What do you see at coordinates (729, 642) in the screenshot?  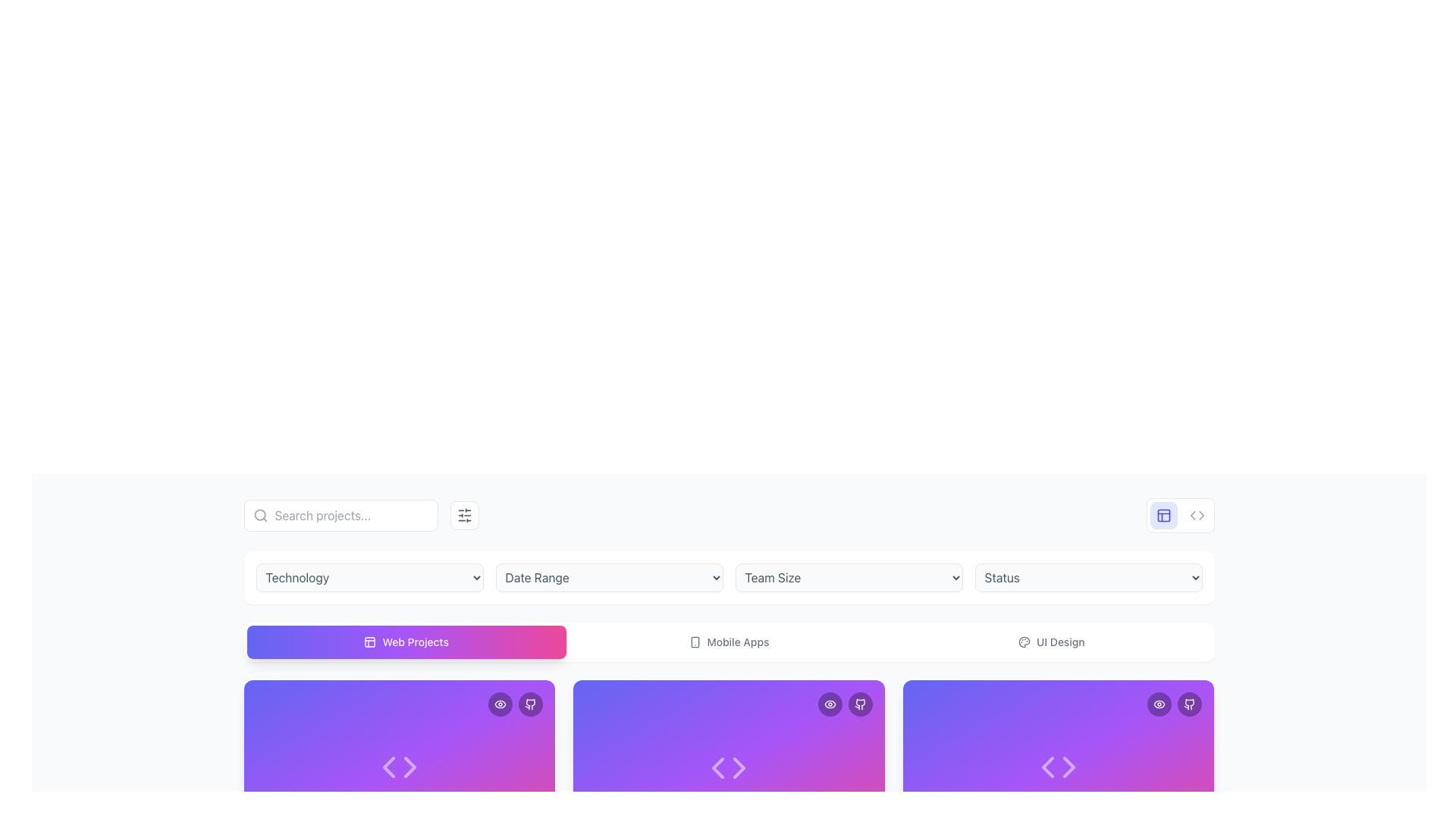 I see `the Interactive selector bar` at bounding box center [729, 642].